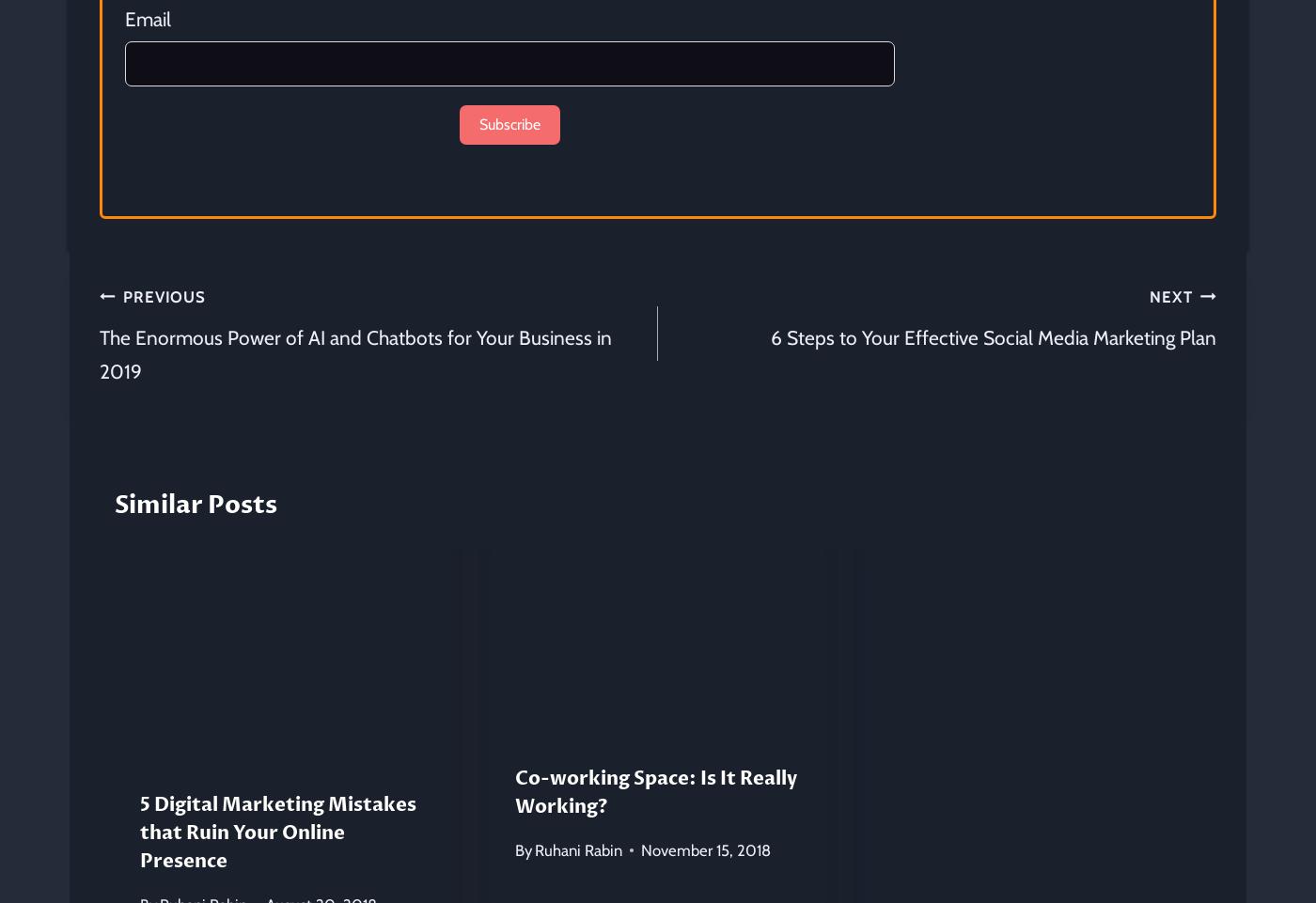  What do you see at coordinates (705, 849) in the screenshot?
I see `'November 15, 2018'` at bounding box center [705, 849].